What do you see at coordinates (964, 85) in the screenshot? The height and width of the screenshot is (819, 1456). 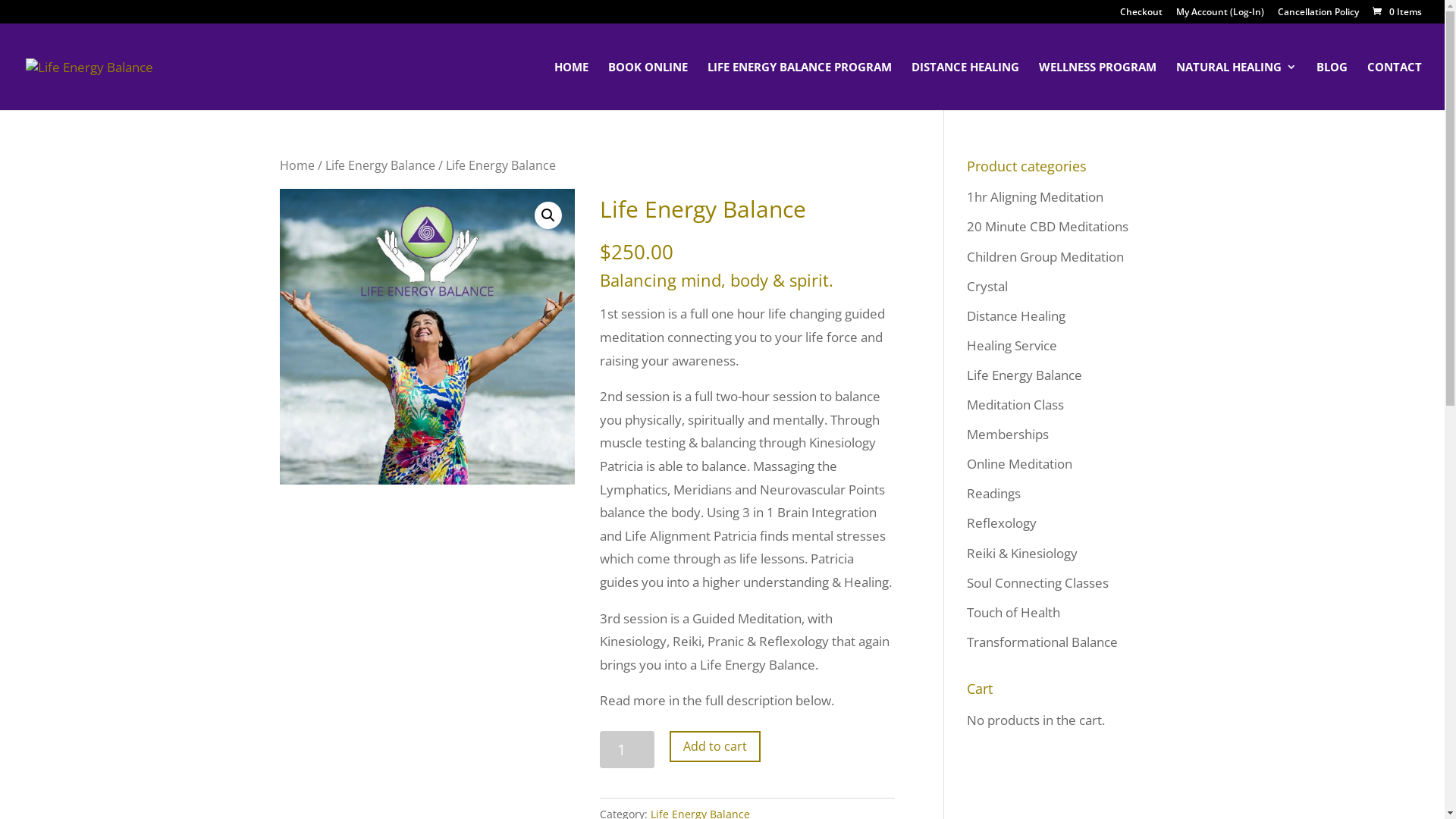 I see `'DISTANCE HEALING'` at bounding box center [964, 85].